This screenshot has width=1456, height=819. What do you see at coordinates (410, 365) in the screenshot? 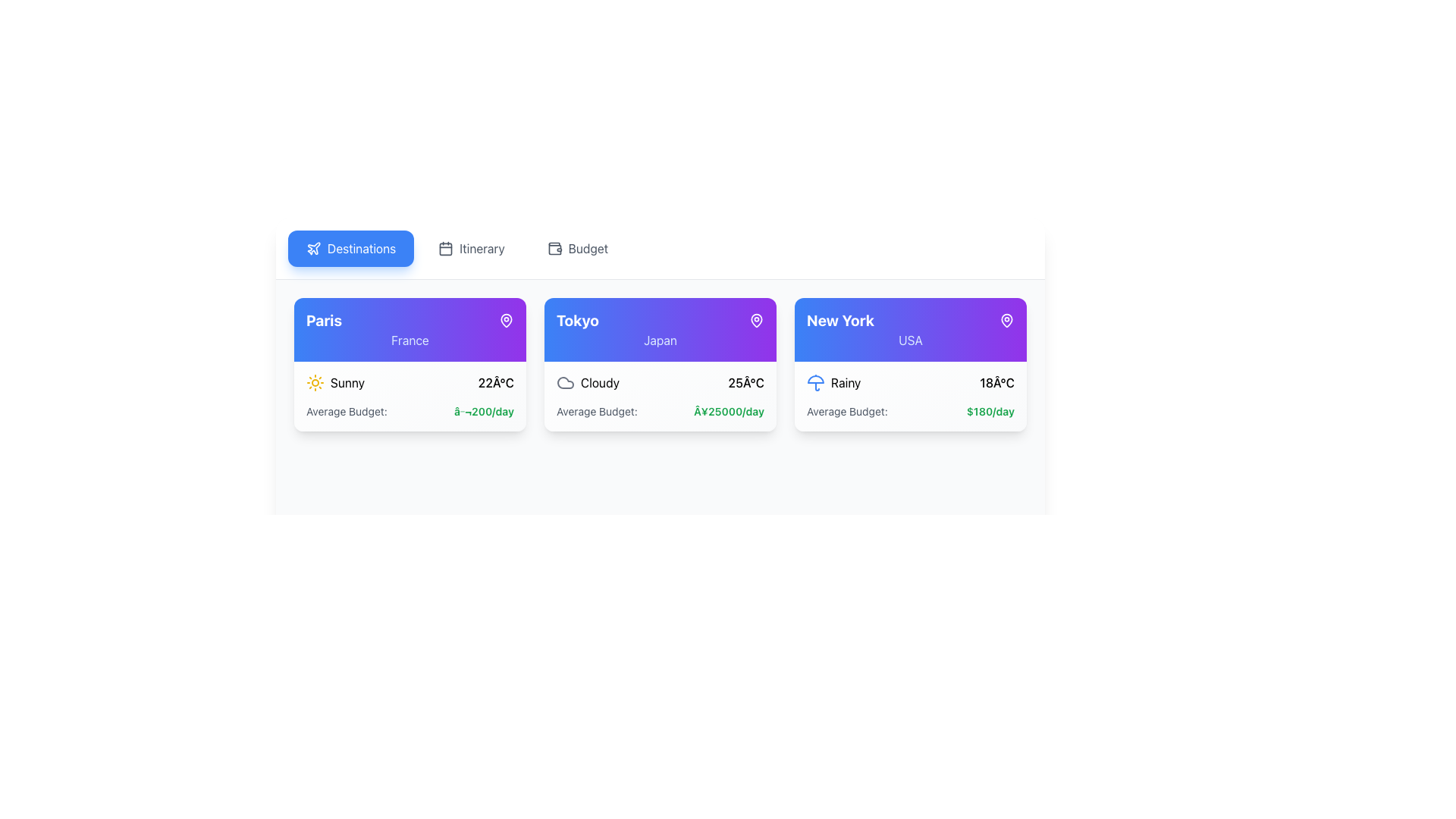
I see `details from the Travel information card located in the top-left corner of the grid layout` at bounding box center [410, 365].